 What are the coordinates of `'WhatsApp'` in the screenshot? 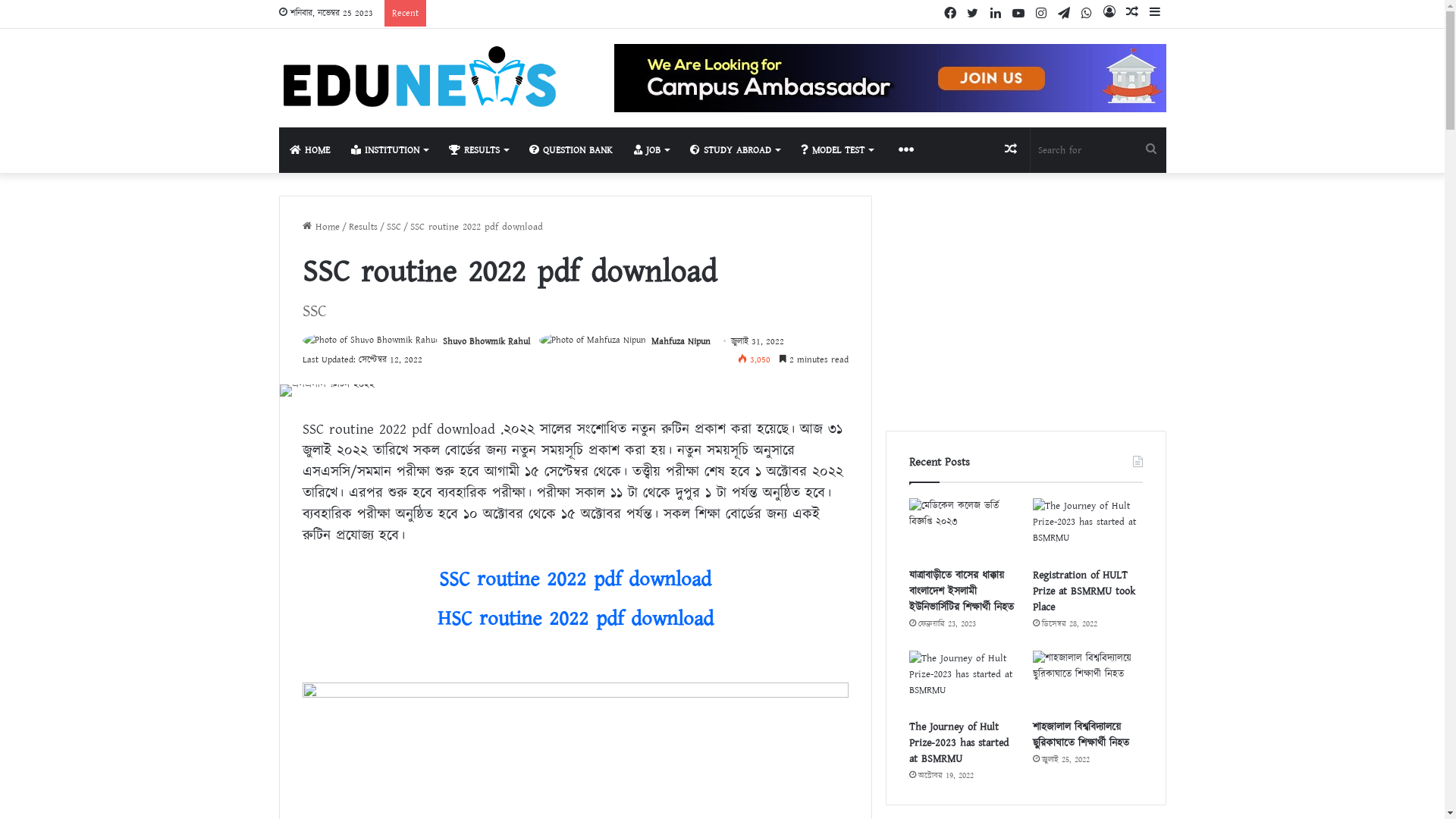 It's located at (1086, 14).